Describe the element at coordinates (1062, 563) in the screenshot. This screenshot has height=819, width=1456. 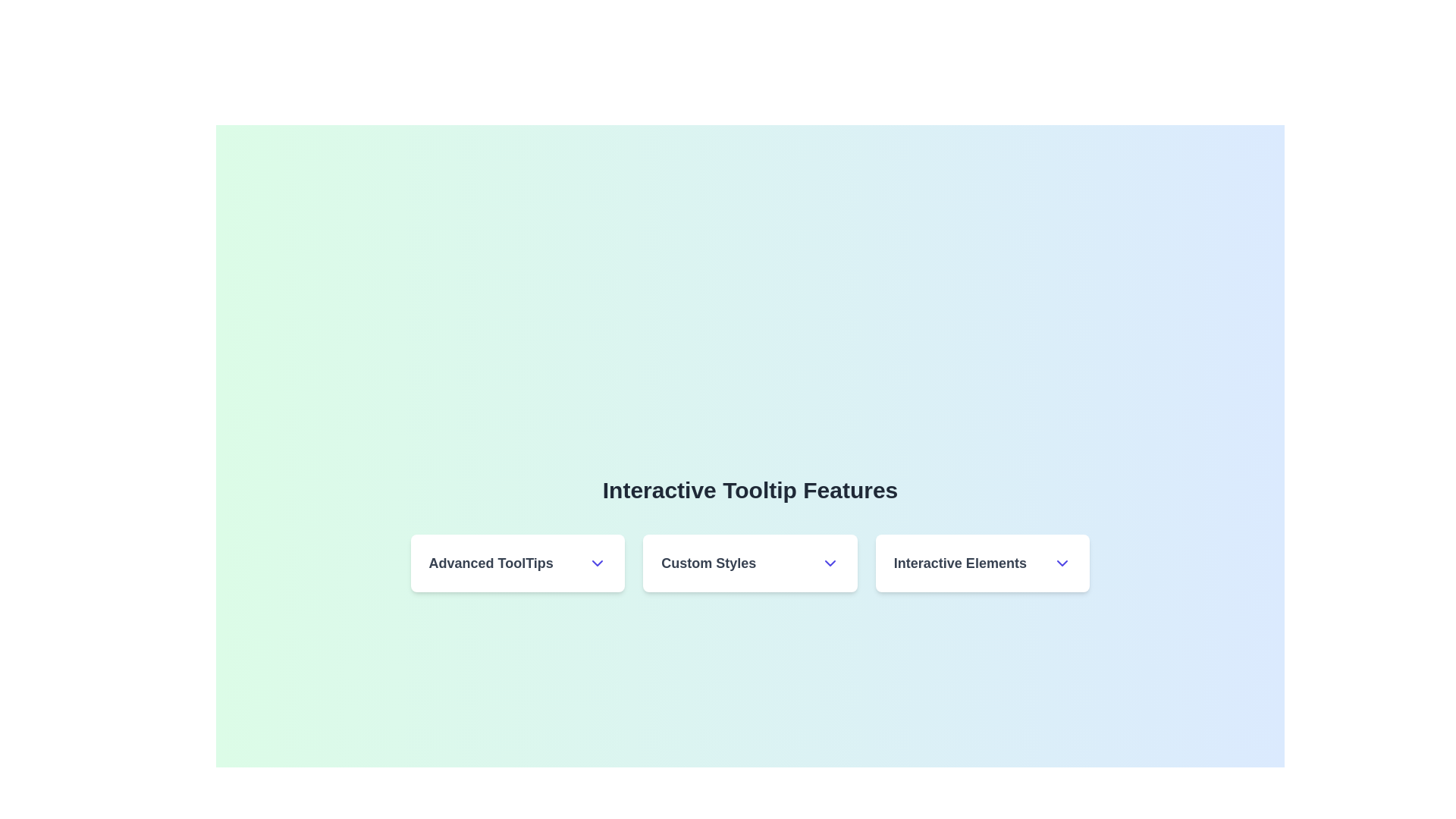
I see `the Chevron icon button located at the far right edge of the 'Interactive Elements' button group` at that location.